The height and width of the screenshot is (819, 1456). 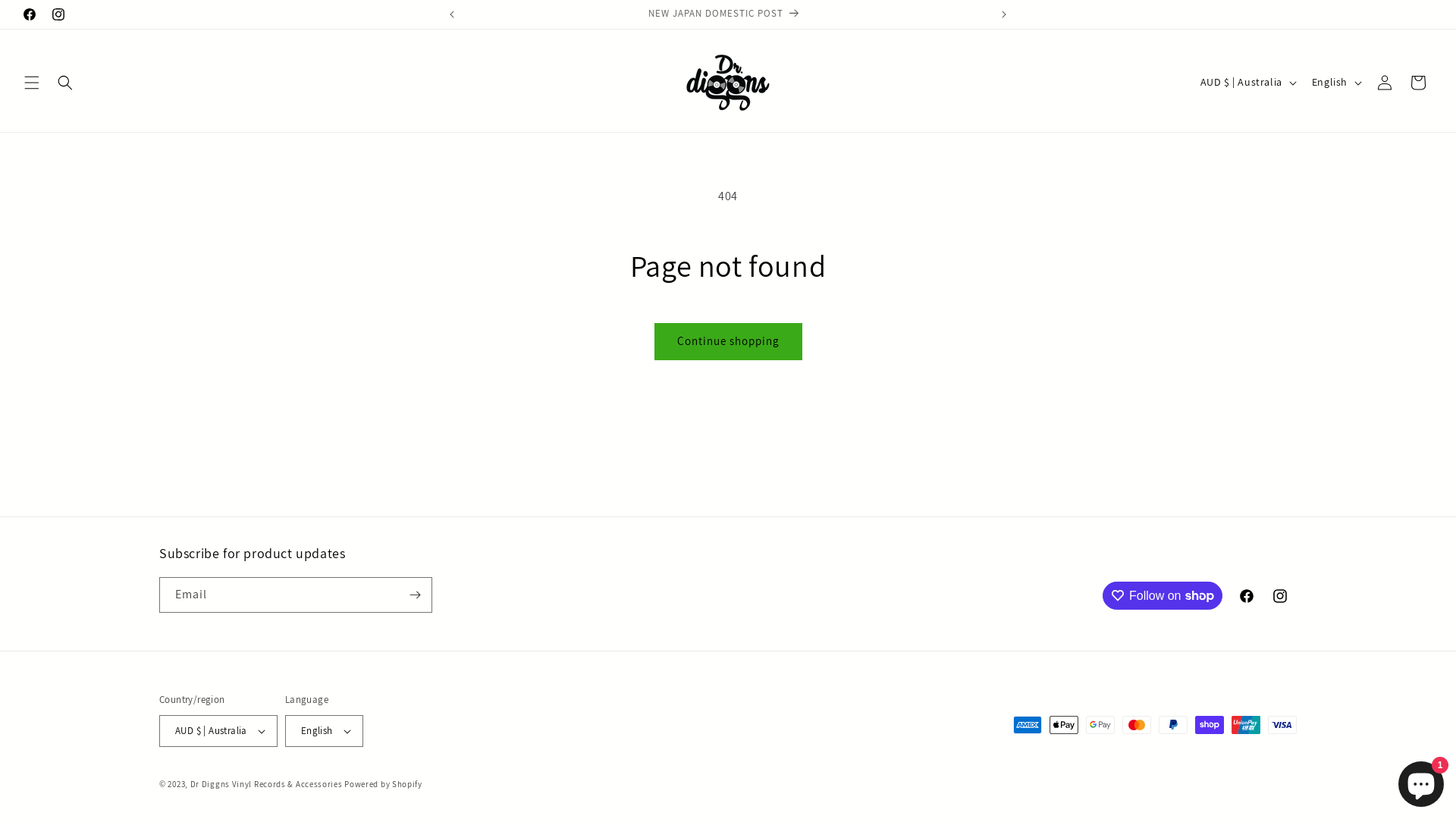 I want to click on 'Instagram', so click(x=1279, y=595).